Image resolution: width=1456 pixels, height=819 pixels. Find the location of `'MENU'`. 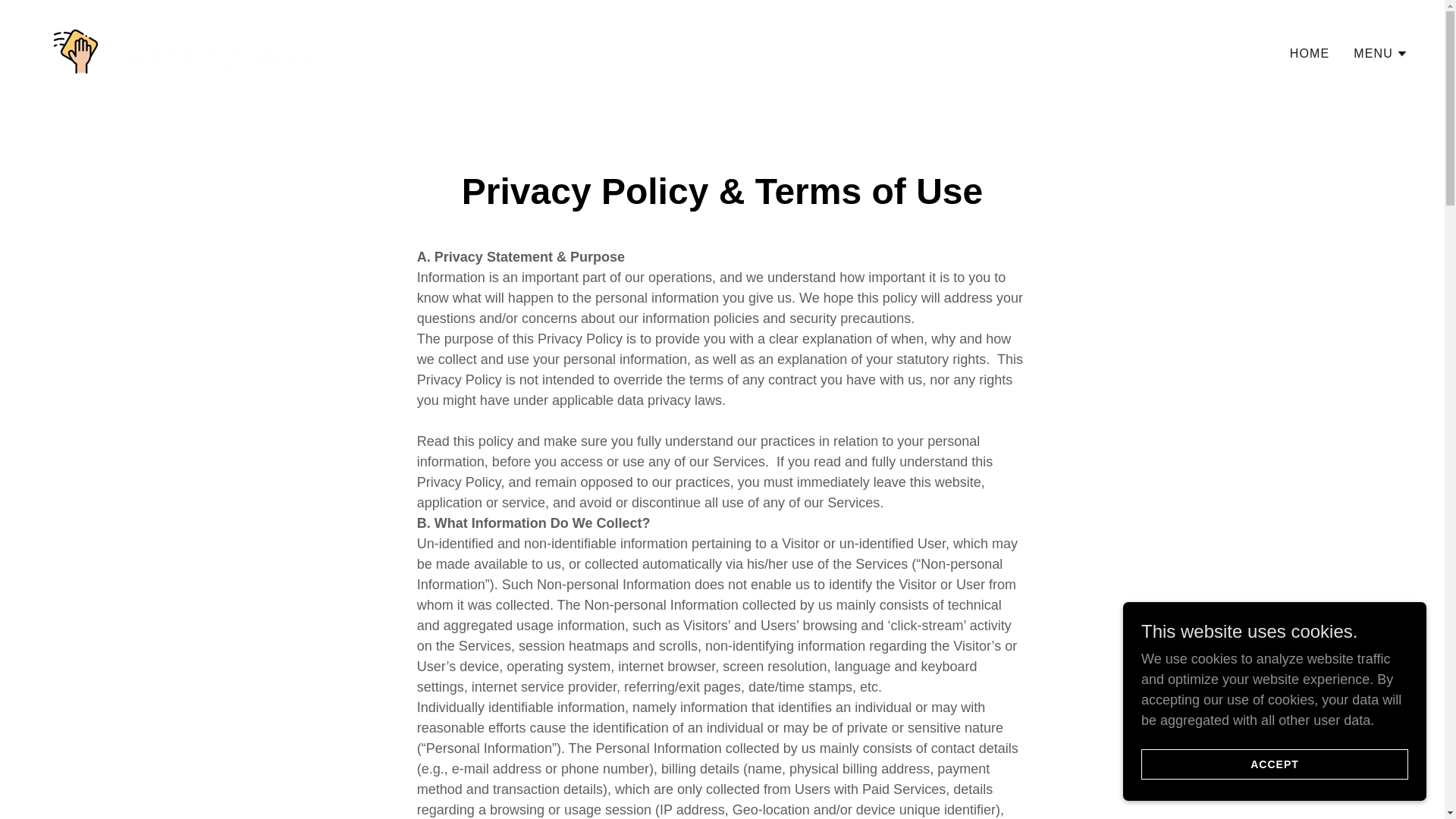

'MENU' is located at coordinates (1380, 52).